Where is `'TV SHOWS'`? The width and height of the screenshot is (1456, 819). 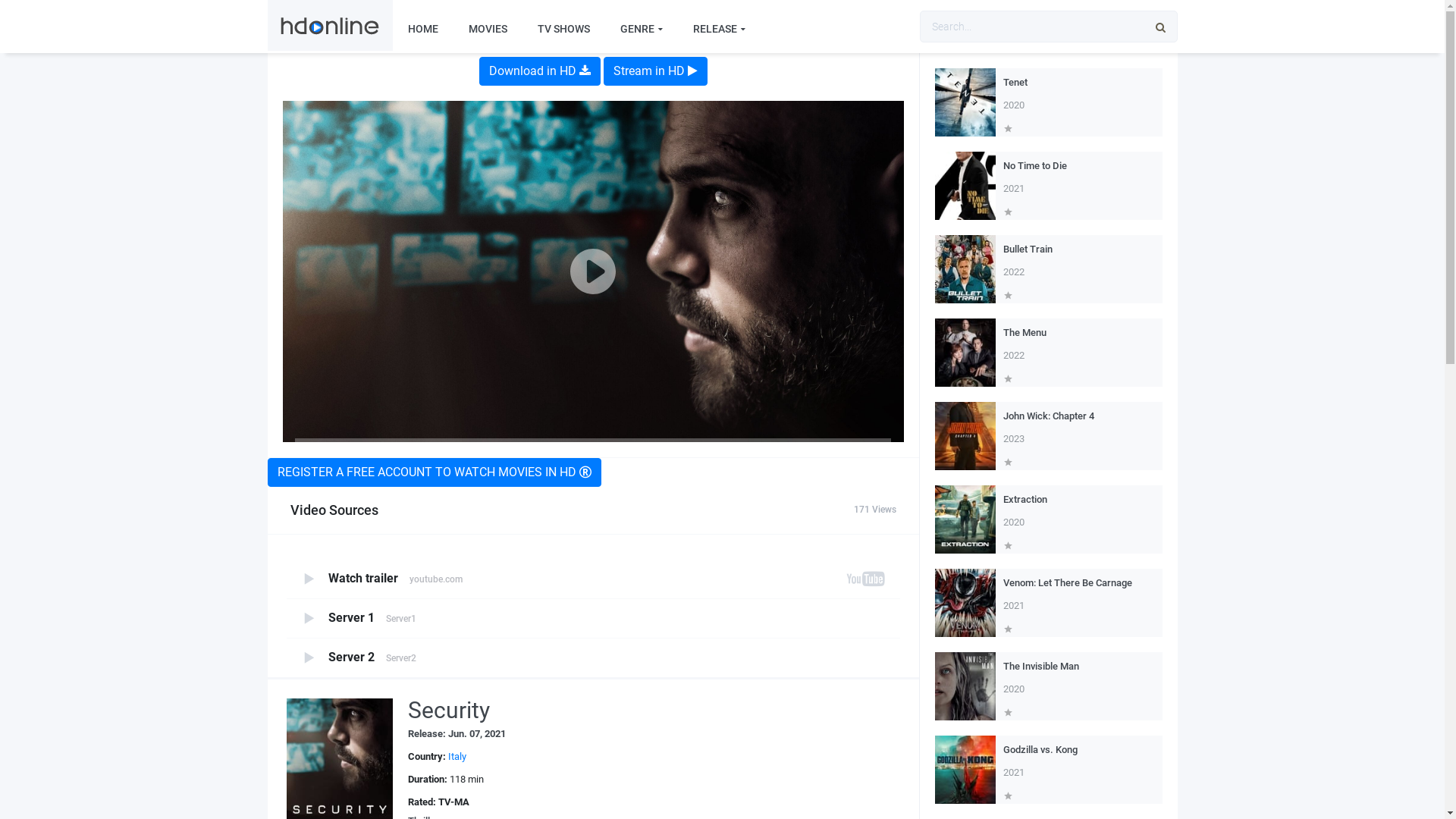 'TV SHOWS' is located at coordinates (562, 29).